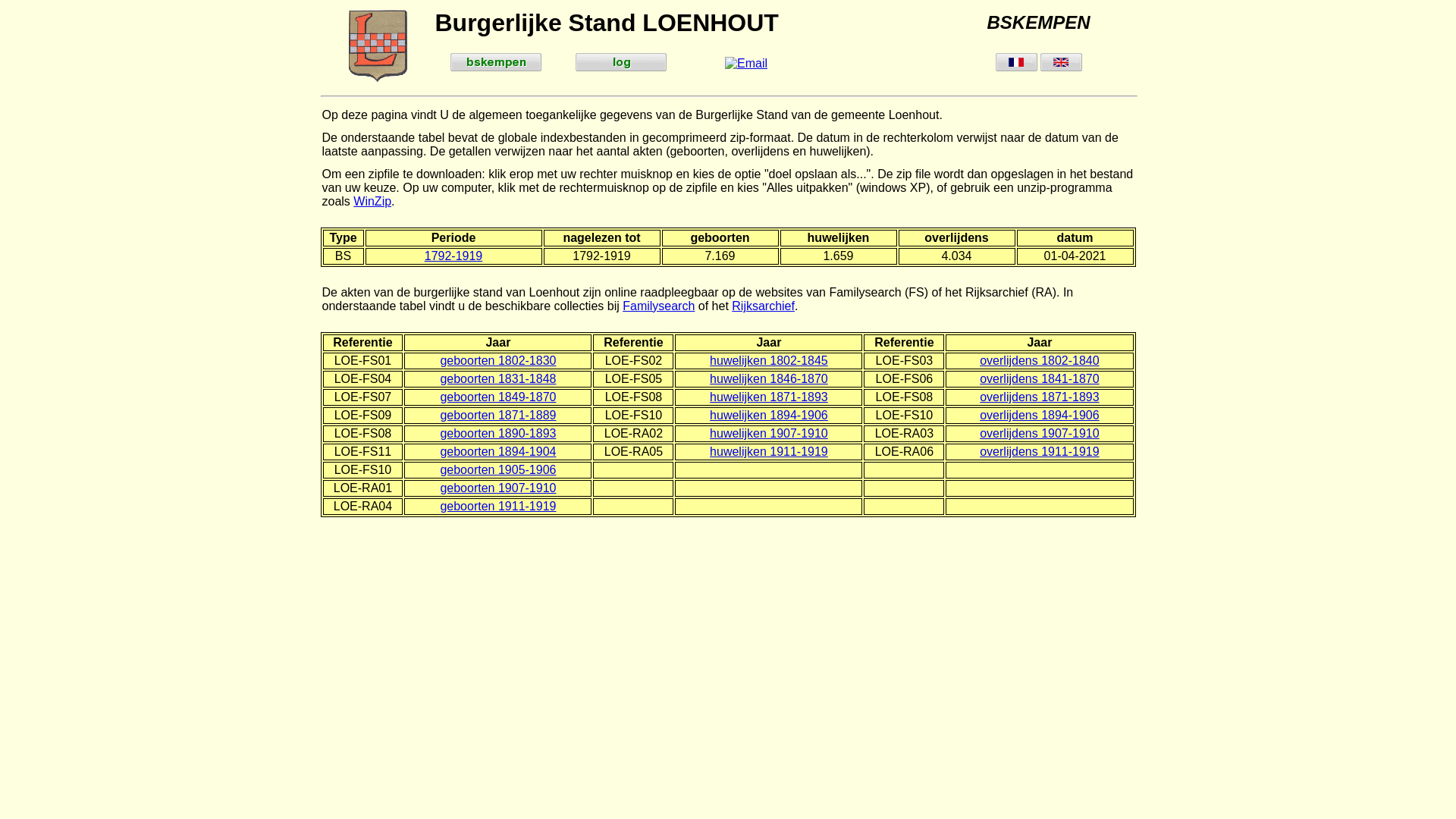 Image resolution: width=1456 pixels, height=819 pixels. Describe the element at coordinates (622, 306) in the screenshot. I see `'Familysearch'` at that location.